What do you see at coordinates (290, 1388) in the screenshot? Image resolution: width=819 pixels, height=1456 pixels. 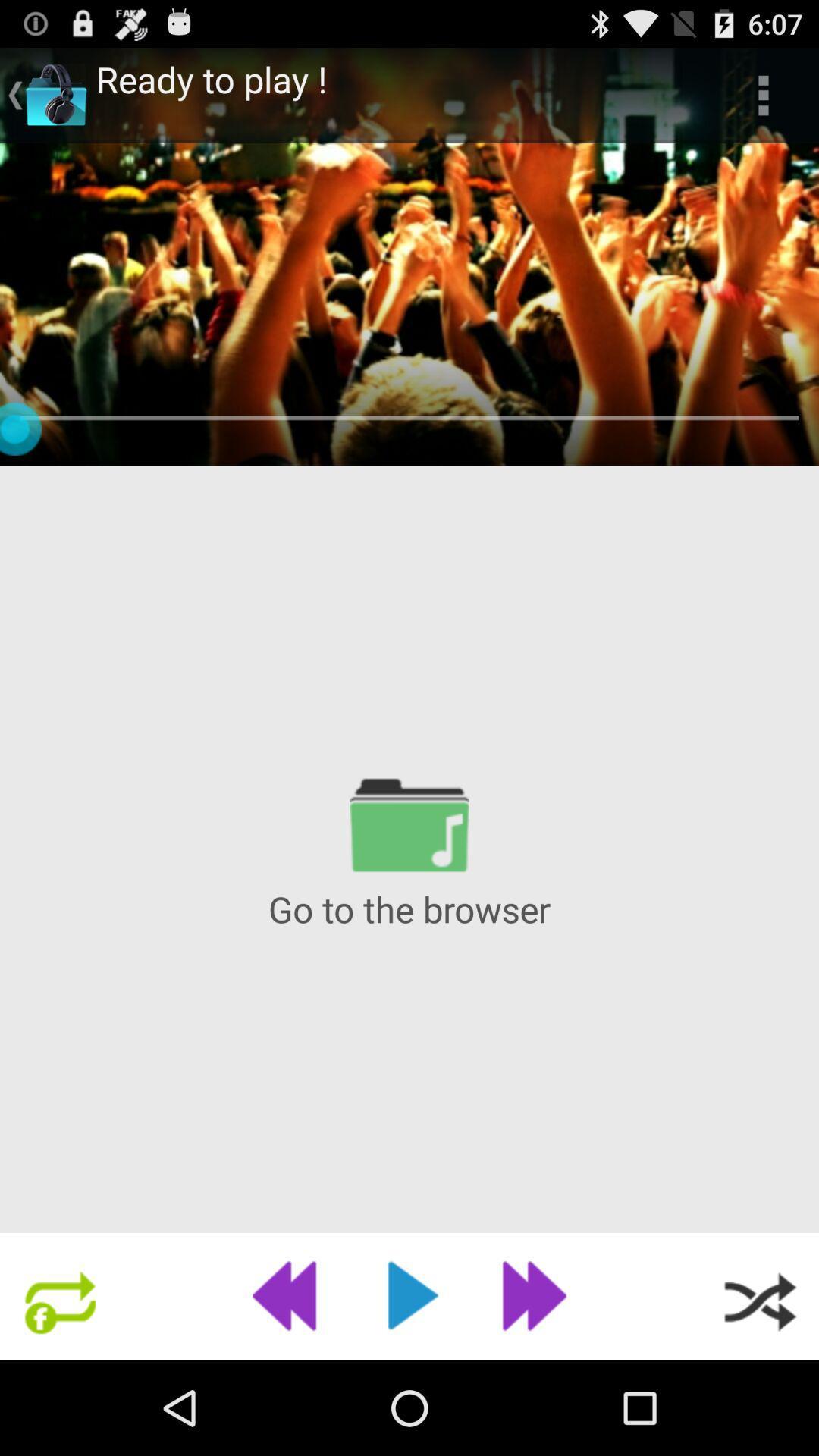 I see `the av_rewind icon` at bounding box center [290, 1388].